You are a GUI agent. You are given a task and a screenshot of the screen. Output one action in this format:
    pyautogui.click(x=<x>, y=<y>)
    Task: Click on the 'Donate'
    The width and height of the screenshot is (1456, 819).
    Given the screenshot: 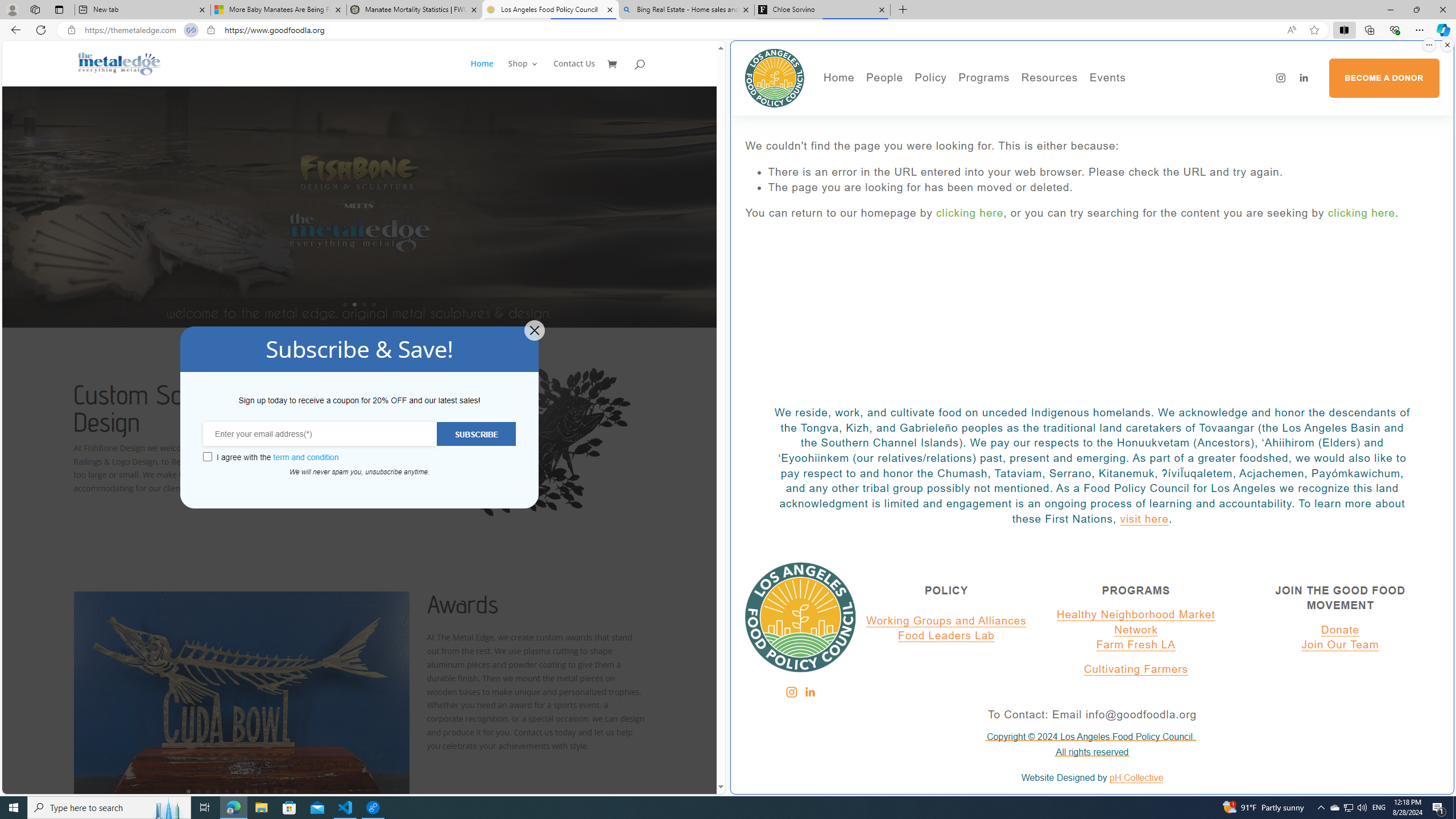 What is the action you would take?
    pyautogui.click(x=1340, y=630)
    